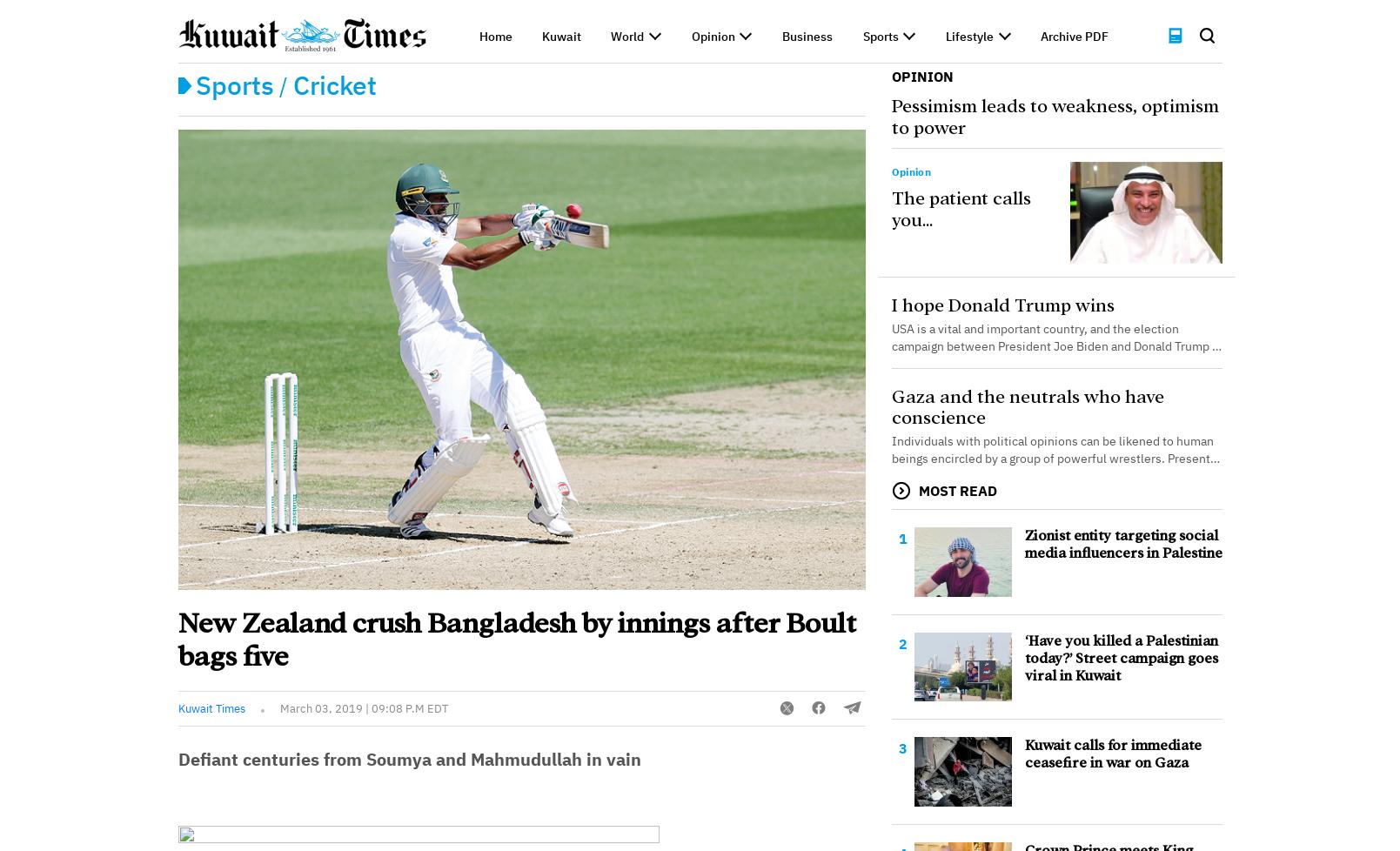 The height and width of the screenshot is (851, 1400). What do you see at coordinates (211, 707) in the screenshot?
I see `'Kuwait Times'` at bounding box center [211, 707].